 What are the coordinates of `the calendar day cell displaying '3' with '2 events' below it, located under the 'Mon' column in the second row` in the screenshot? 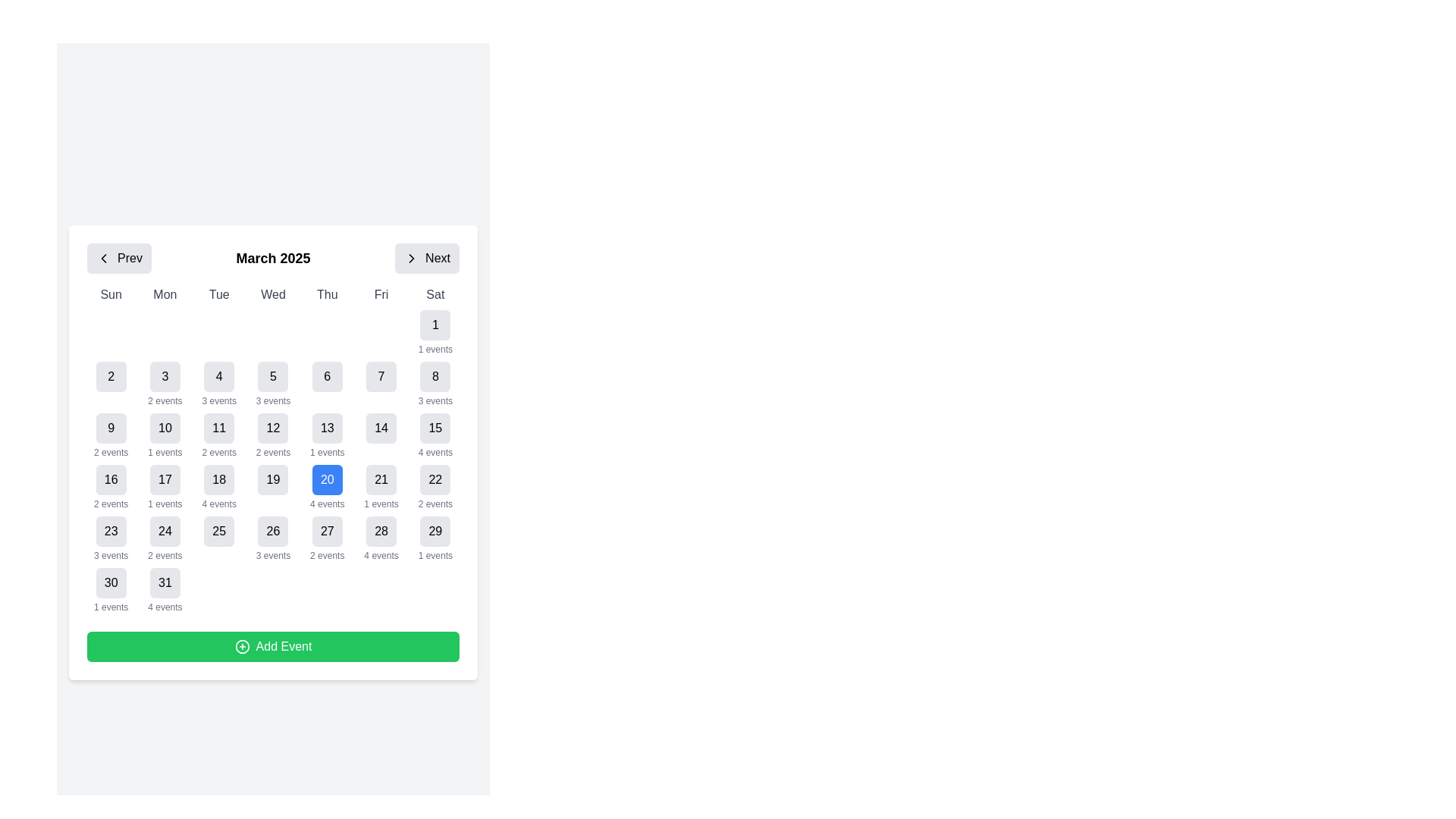 It's located at (165, 383).